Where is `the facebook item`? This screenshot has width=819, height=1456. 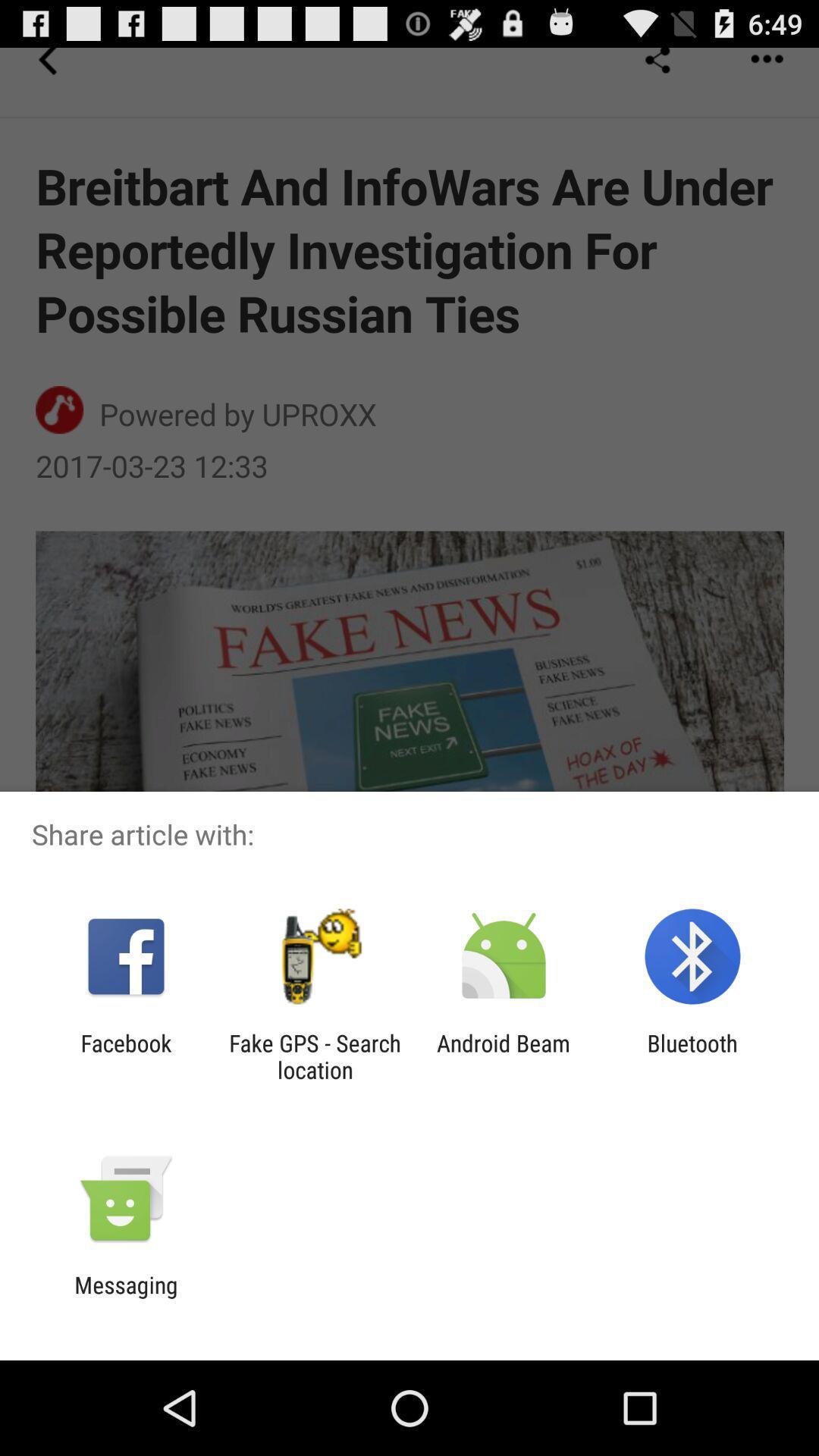 the facebook item is located at coordinates (125, 1056).